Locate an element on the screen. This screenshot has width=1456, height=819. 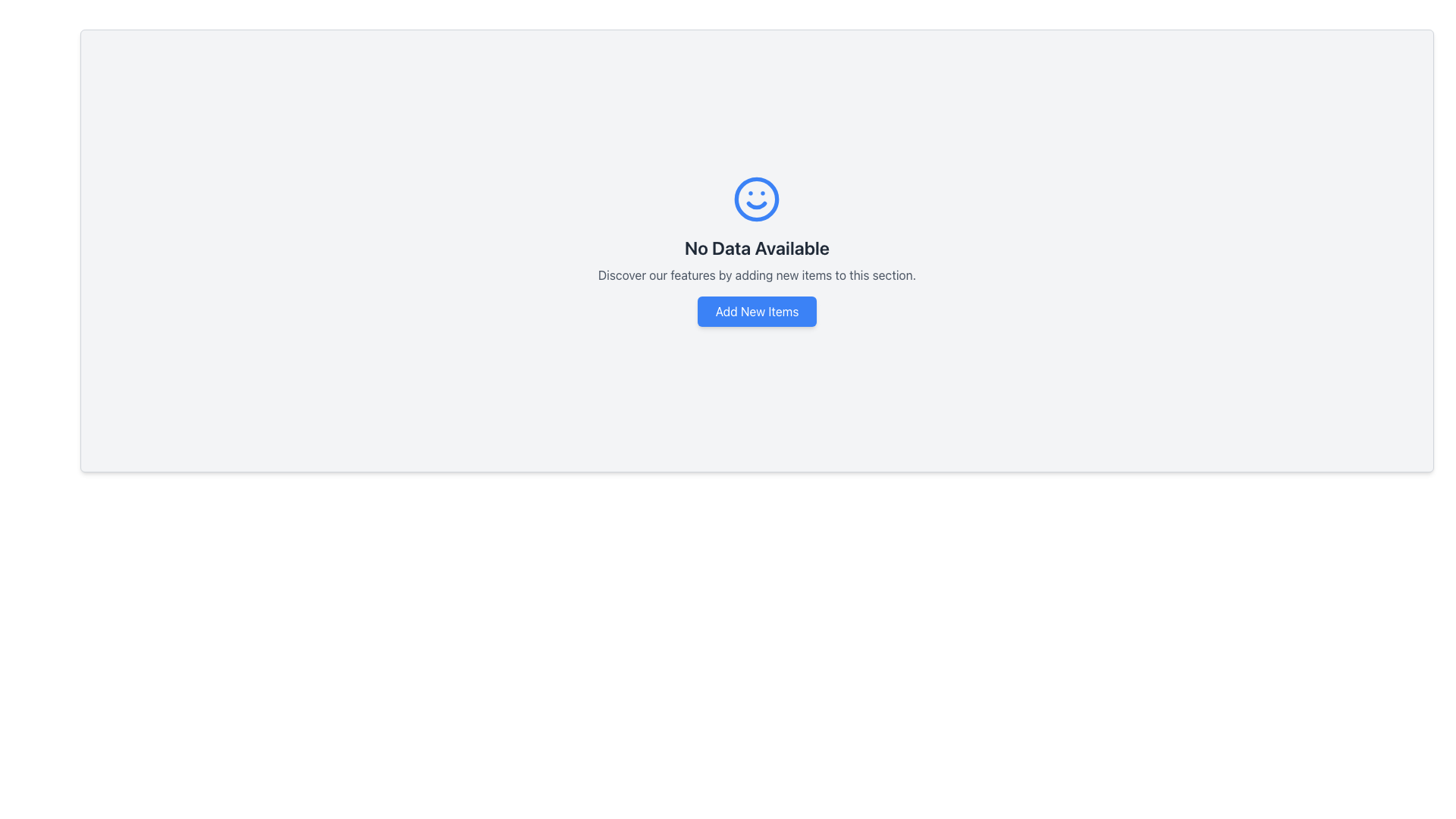
the 'Add New Items' button located below the text 'Discover our features by adding new items to this section.' is located at coordinates (757, 311).